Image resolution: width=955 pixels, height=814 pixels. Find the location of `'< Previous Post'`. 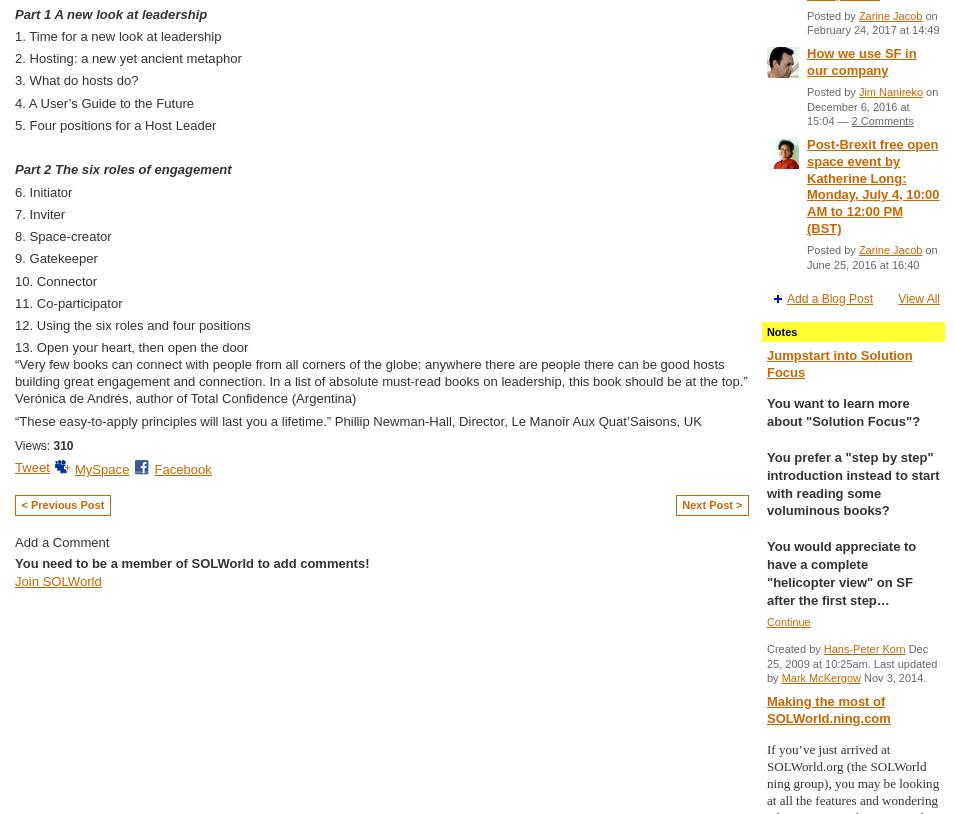

'< Previous Post' is located at coordinates (61, 504).